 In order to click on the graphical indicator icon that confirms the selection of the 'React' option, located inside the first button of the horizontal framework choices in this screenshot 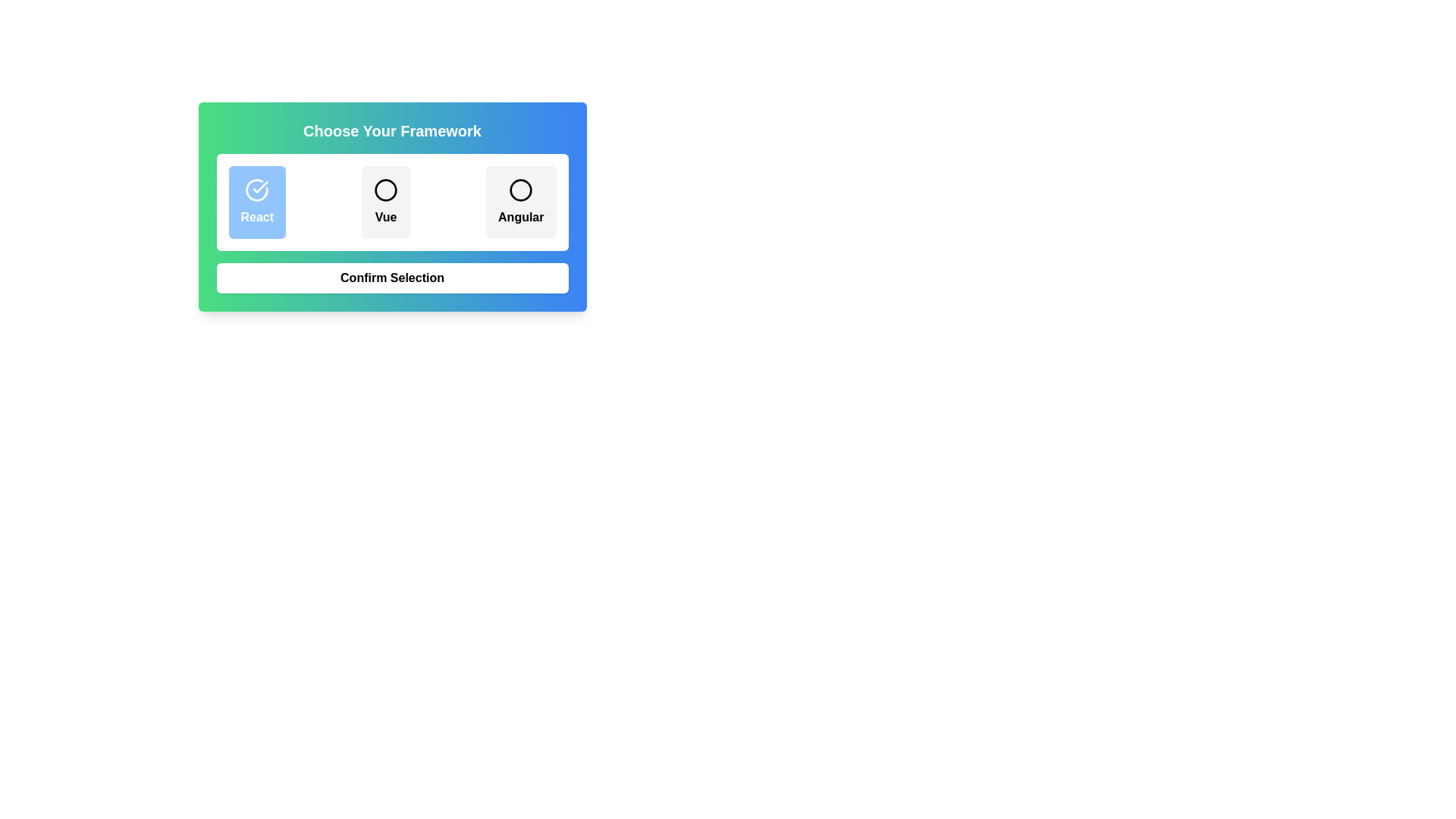, I will do `click(257, 189)`.